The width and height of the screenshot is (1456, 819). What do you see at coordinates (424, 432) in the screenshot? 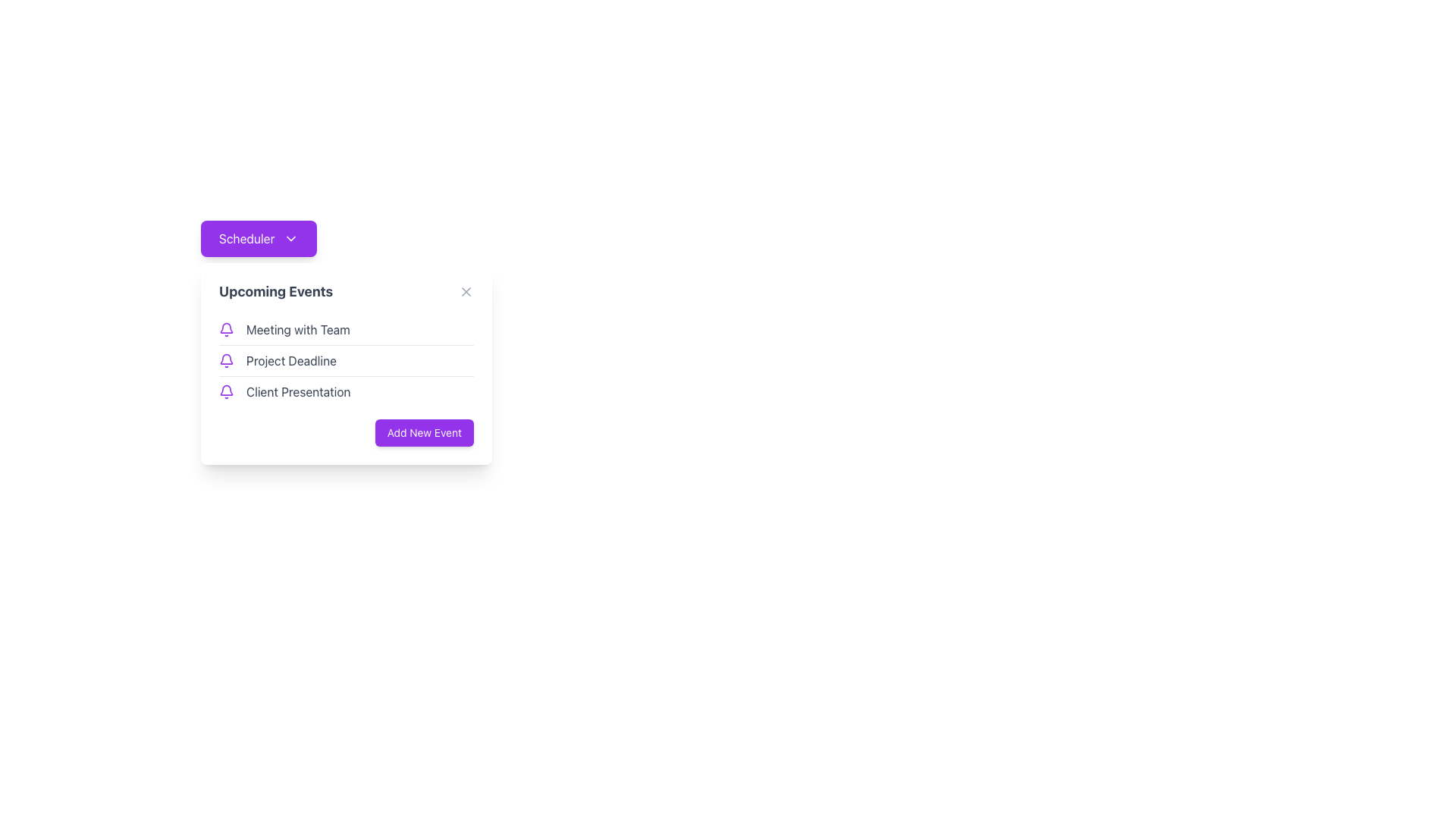
I see `the 'Add Event' button located at the bottom-right corner of the 'Upcoming Events' modal to observe the hover effect` at bounding box center [424, 432].